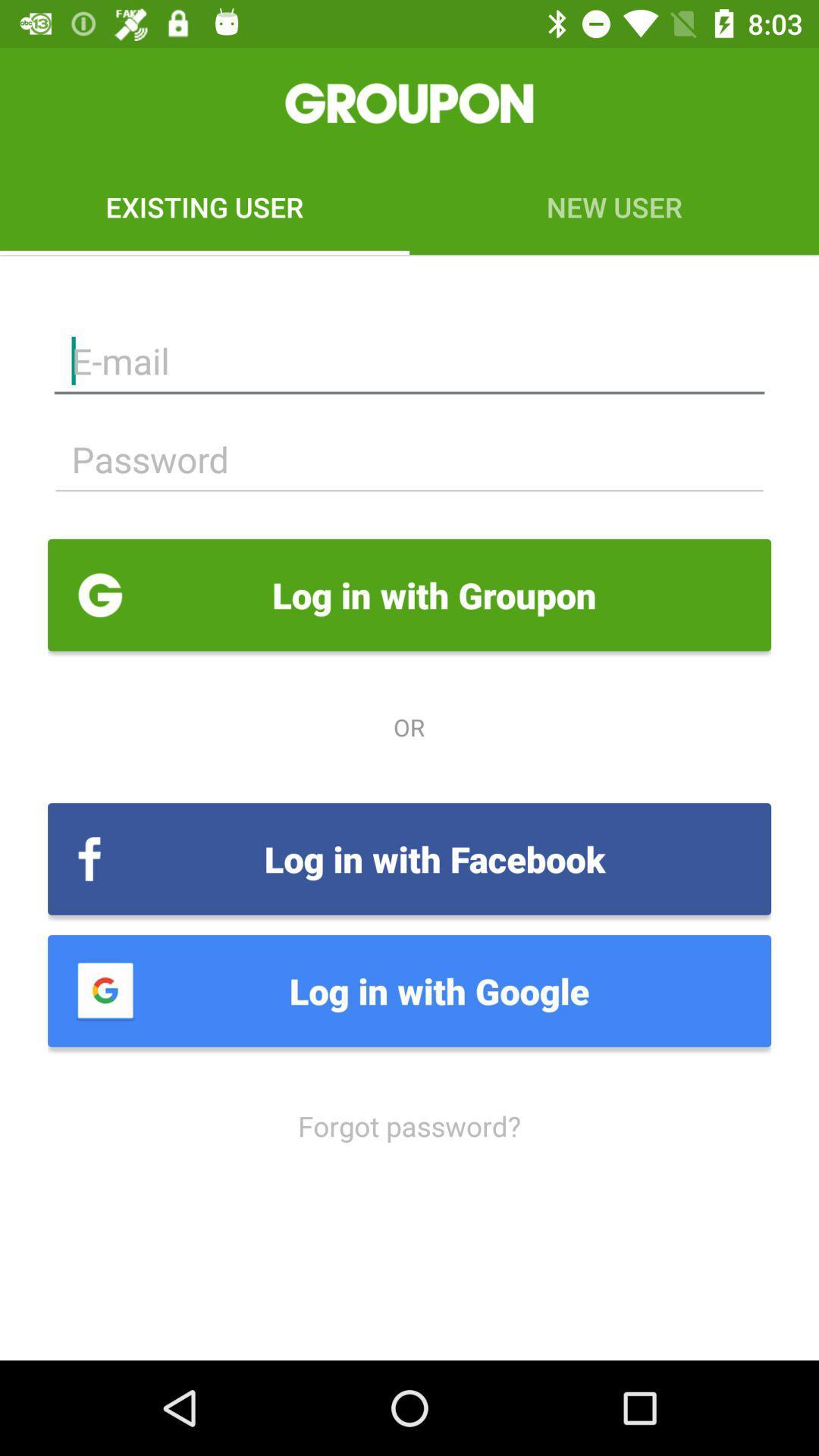  I want to click on app to the left of the new user app, so click(205, 206).